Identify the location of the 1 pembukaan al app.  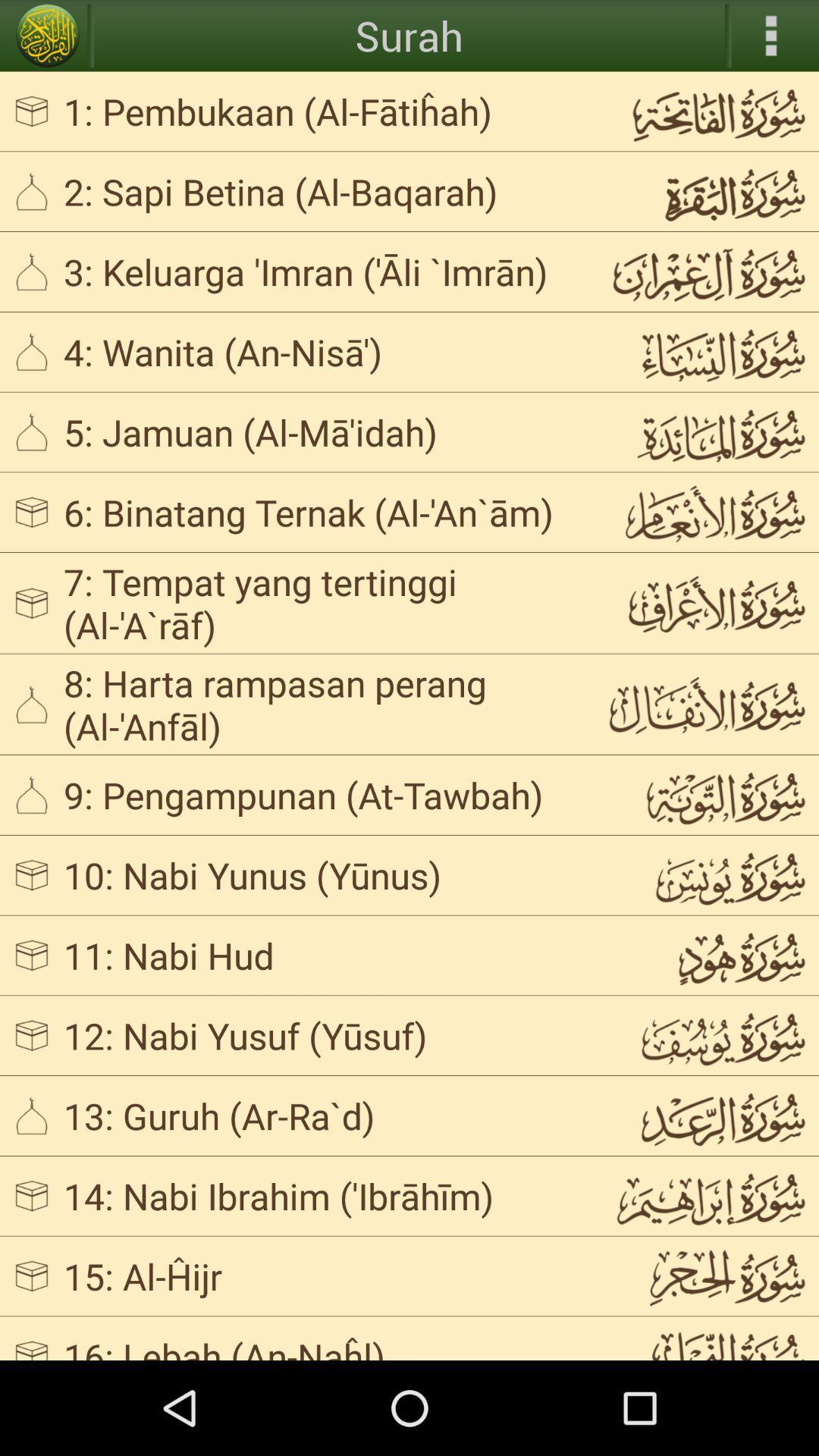
(322, 110).